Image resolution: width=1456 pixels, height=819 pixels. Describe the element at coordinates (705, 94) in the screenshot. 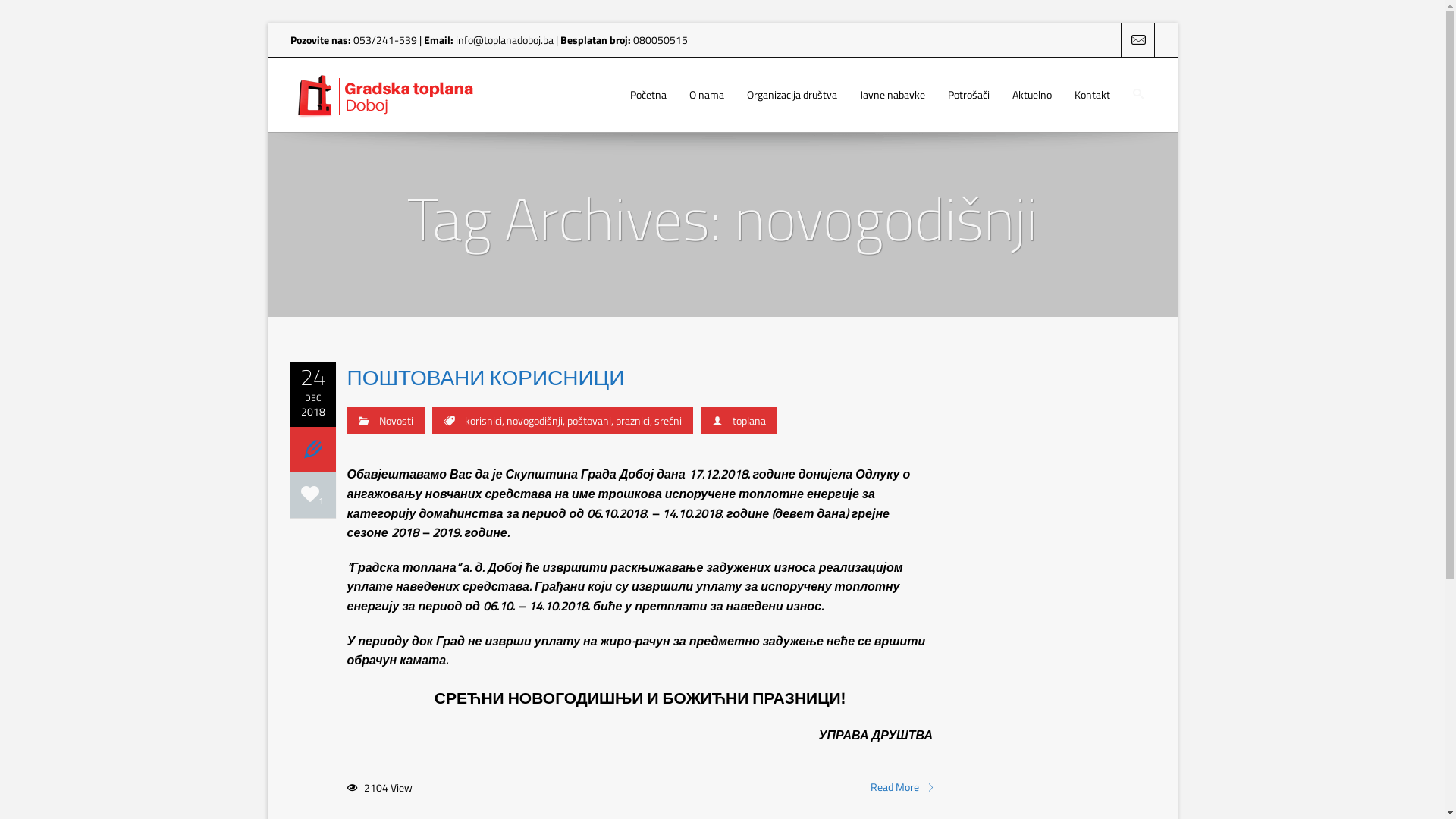

I see `'O nama'` at that location.